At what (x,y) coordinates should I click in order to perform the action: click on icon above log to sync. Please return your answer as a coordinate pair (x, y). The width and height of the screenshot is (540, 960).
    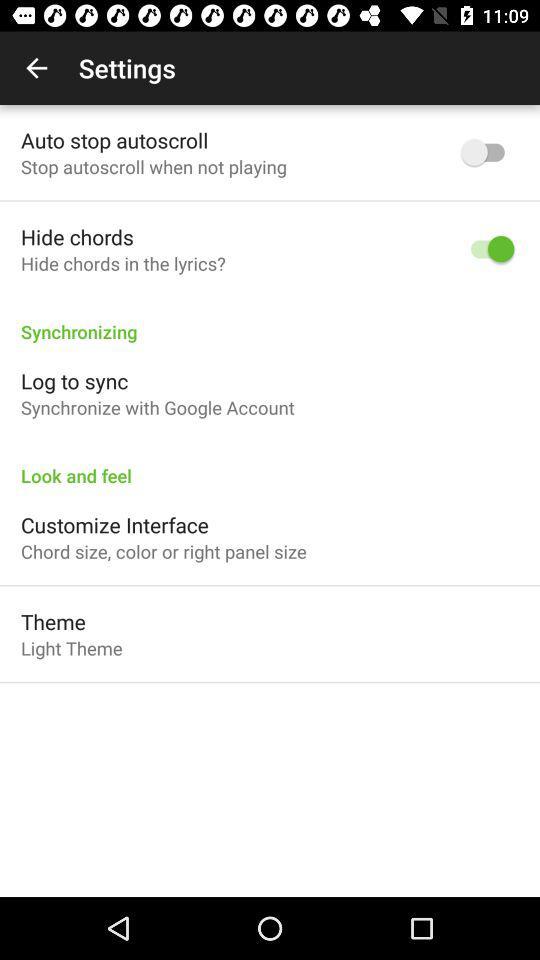
    Looking at the image, I should click on (270, 321).